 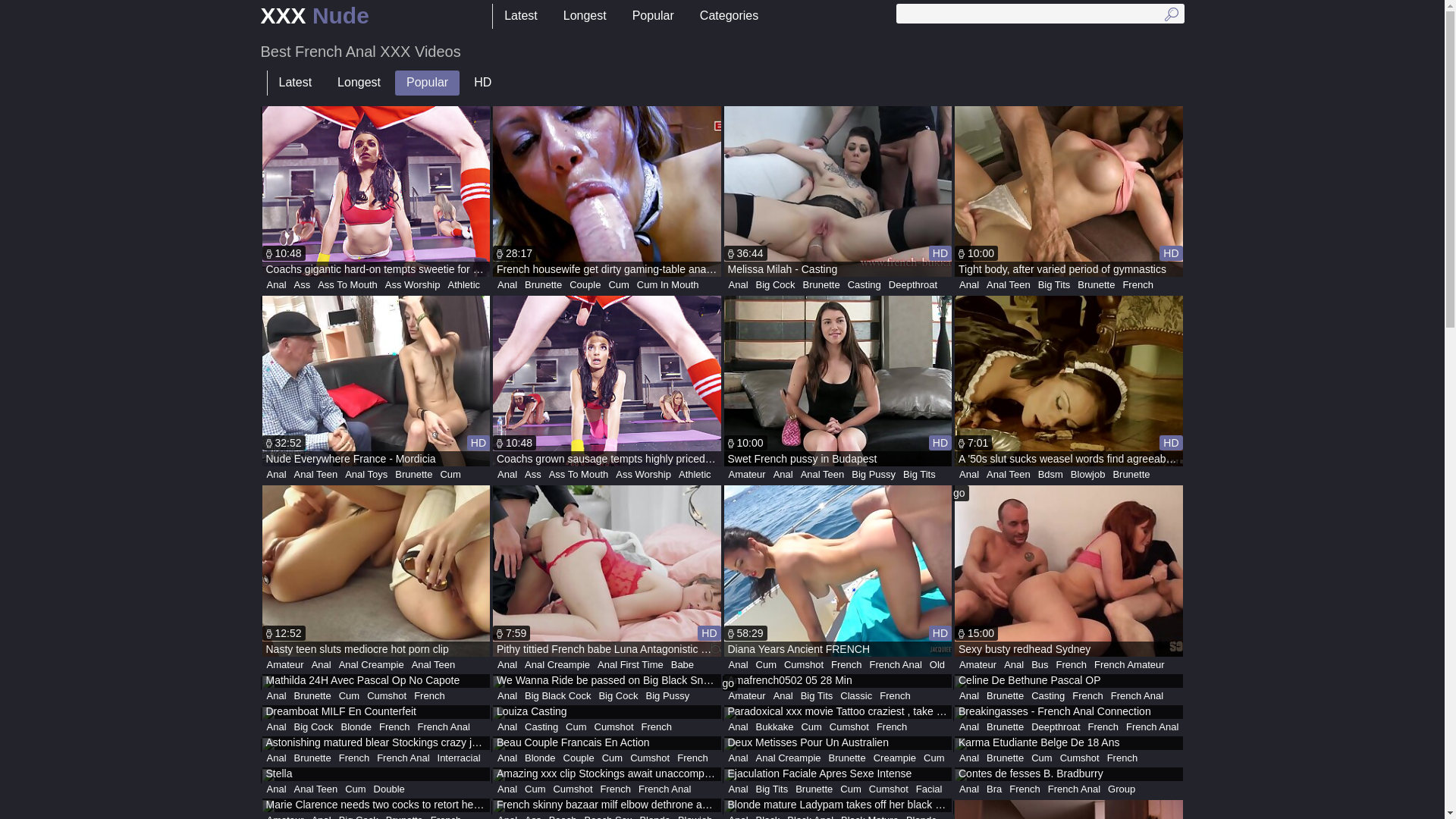 What do you see at coordinates (276, 284) in the screenshot?
I see `'Anal'` at bounding box center [276, 284].